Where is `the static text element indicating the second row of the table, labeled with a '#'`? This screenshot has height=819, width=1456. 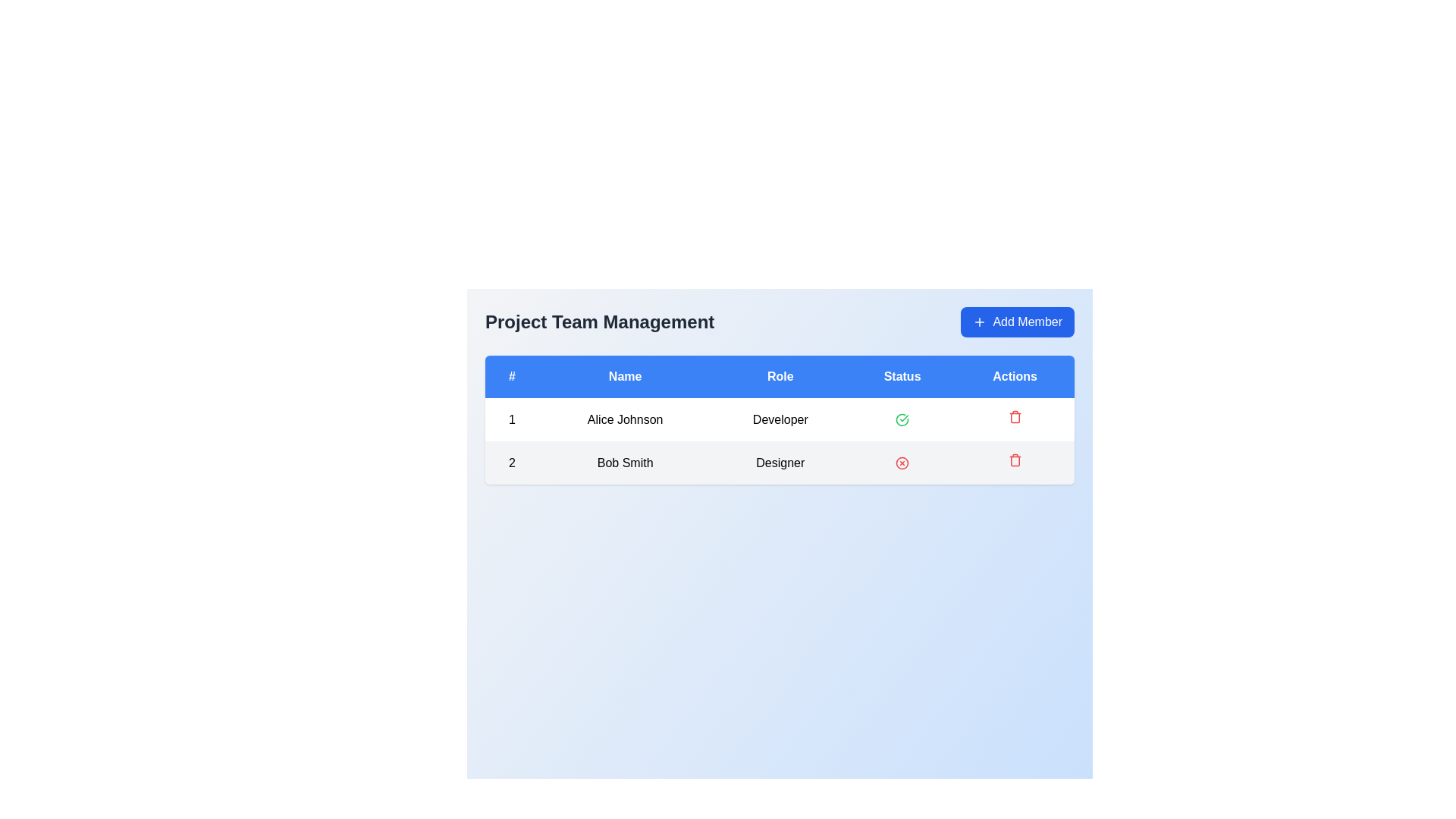
the static text element indicating the second row of the table, labeled with a '#' is located at coordinates (512, 462).